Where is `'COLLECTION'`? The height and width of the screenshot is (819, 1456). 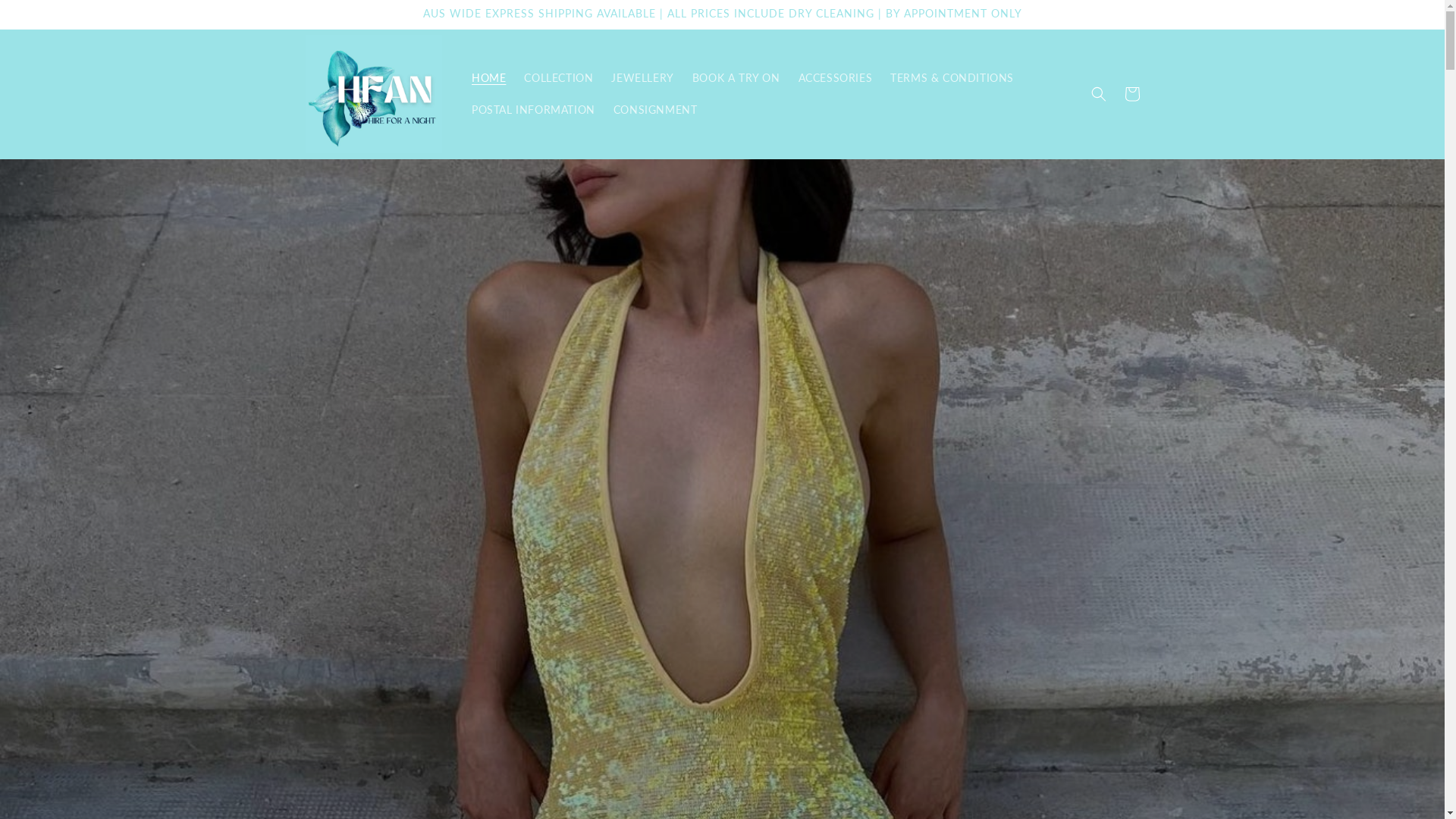
'COLLECTION' is located at coordinates (557, 78).